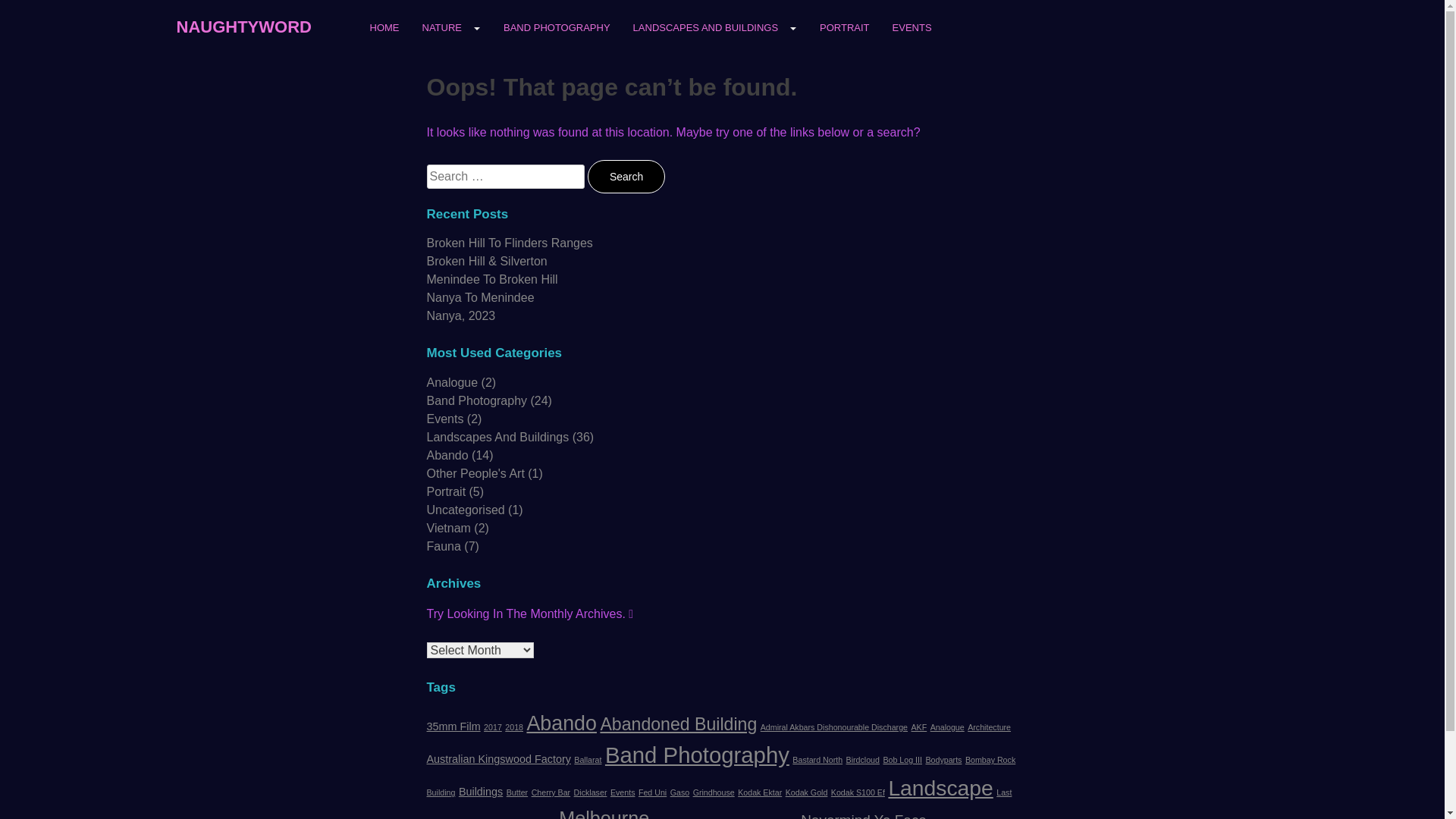 This screenshot has height=819, width=1456. What do you see at coordinates (560, 722) in the screenshot?
I see `'Abando'` at bounding box center [560, 722].